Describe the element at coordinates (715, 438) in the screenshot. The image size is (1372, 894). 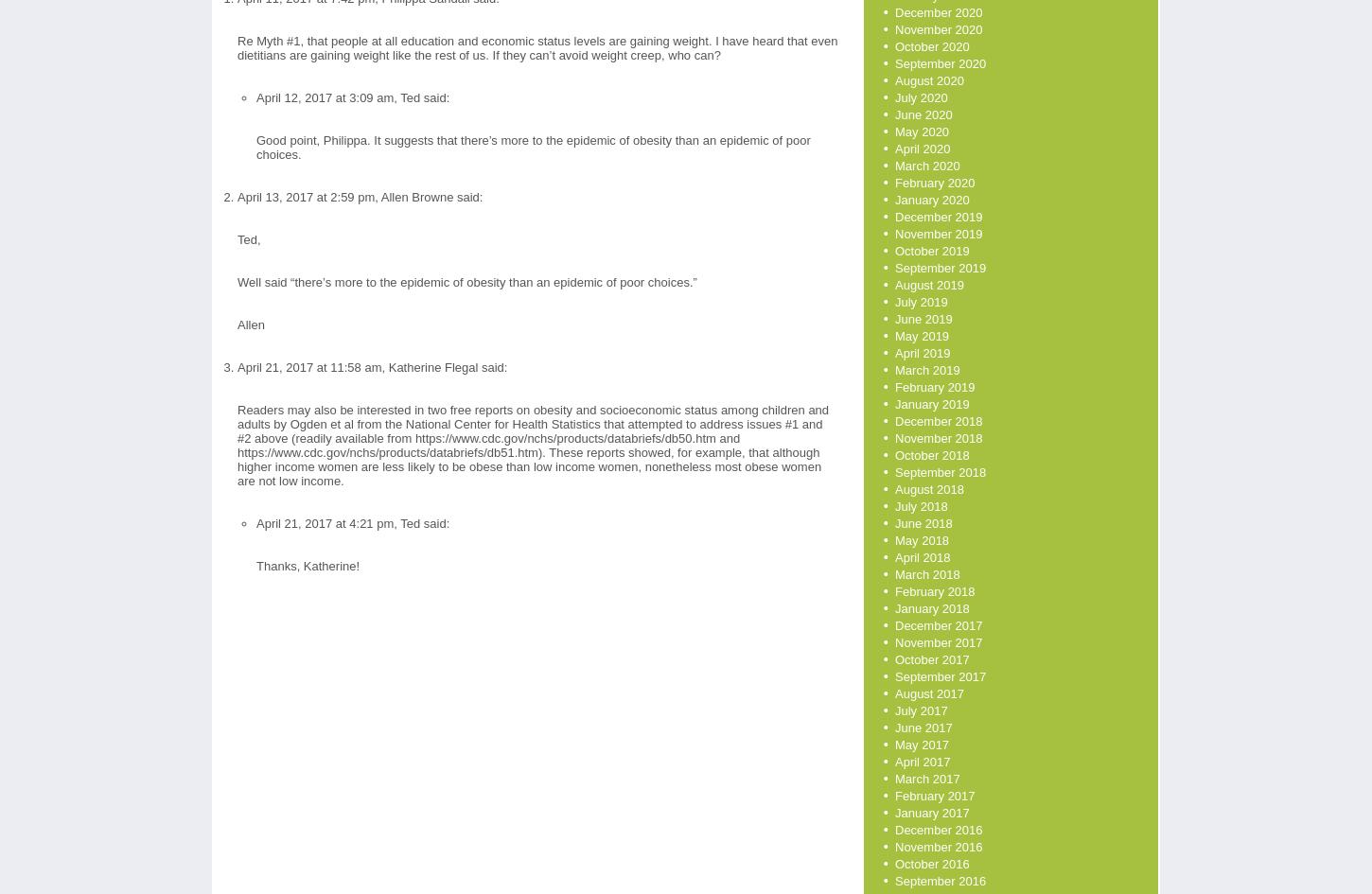
I see `'and'` at that location.